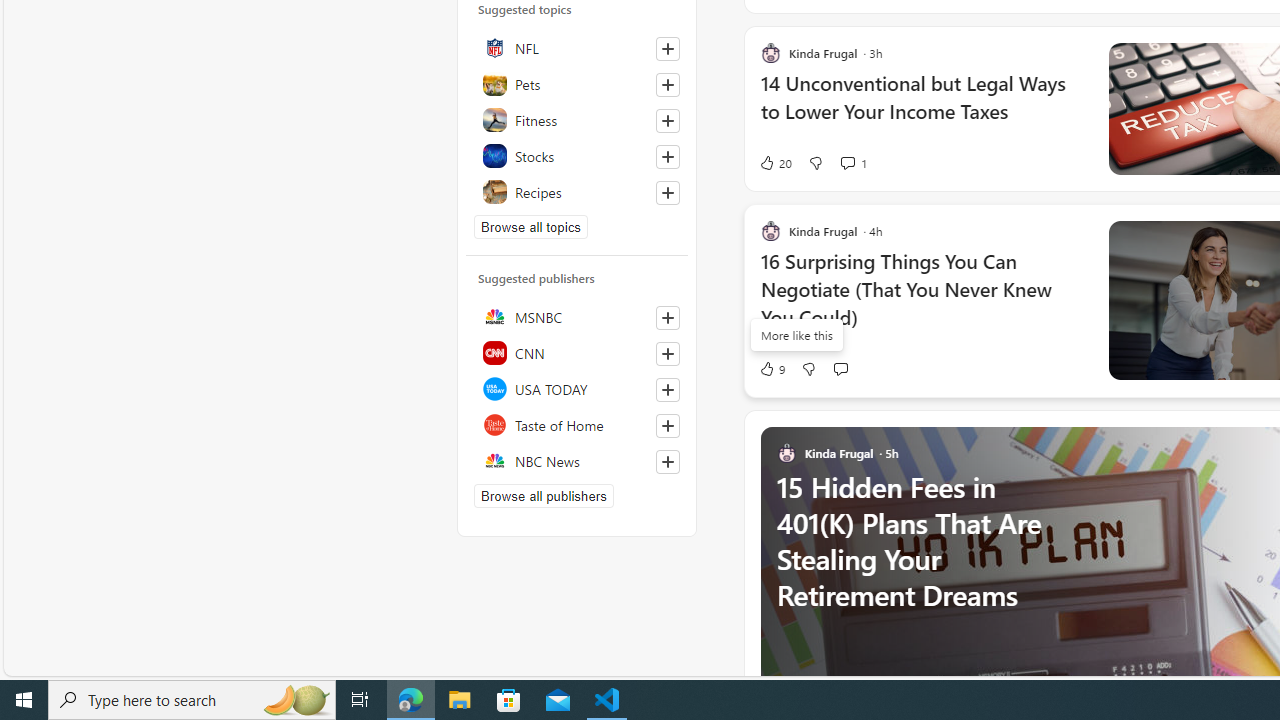  I want to click on 'Stocks', so click(576, 154).